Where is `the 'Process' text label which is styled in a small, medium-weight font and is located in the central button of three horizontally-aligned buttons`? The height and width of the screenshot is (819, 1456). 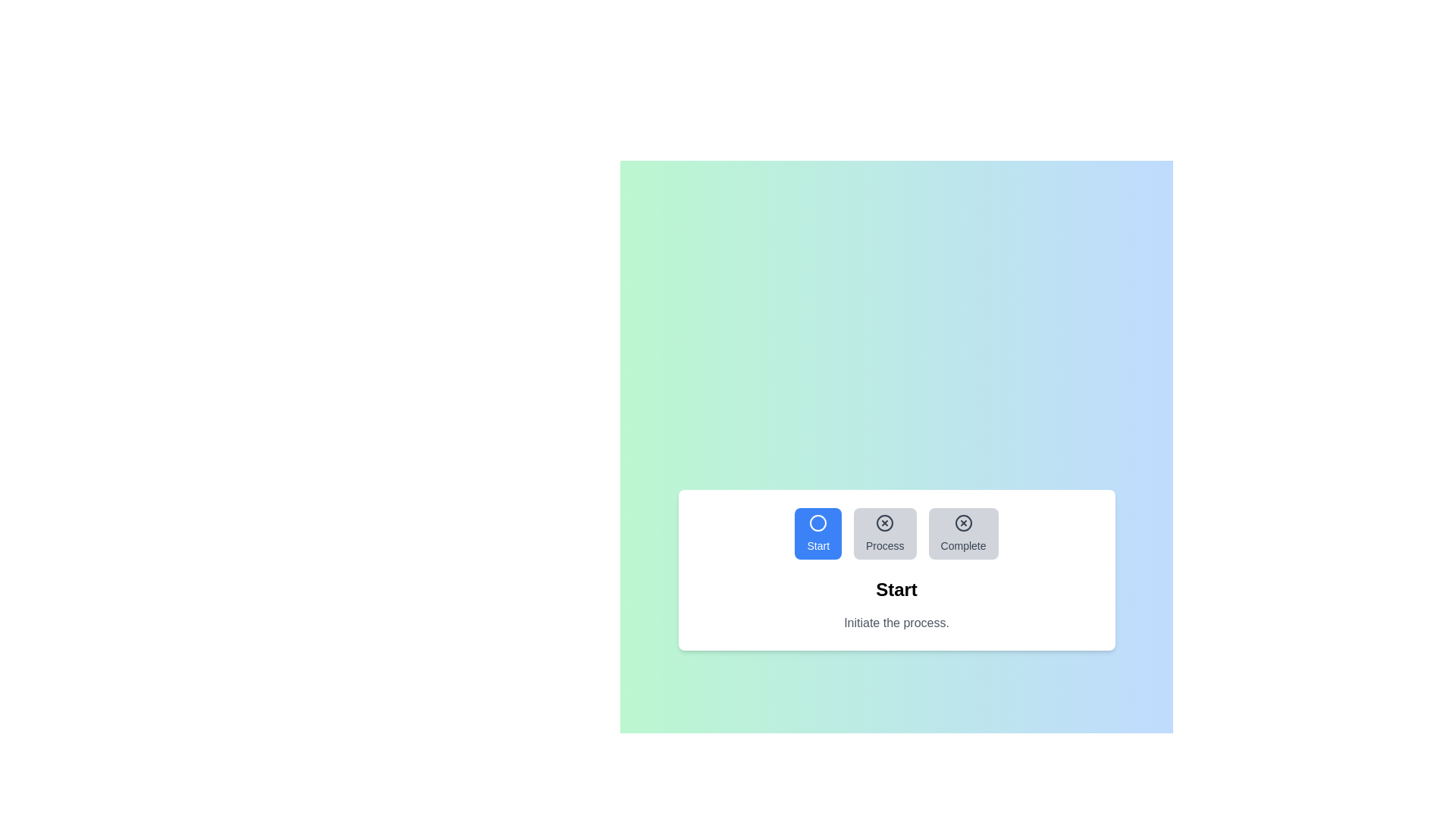 the 'Process' text label which is styled in a small, medium-weight font and is located in the central button of three horizontally-aligned buttons is located at coordinates (885, 546).